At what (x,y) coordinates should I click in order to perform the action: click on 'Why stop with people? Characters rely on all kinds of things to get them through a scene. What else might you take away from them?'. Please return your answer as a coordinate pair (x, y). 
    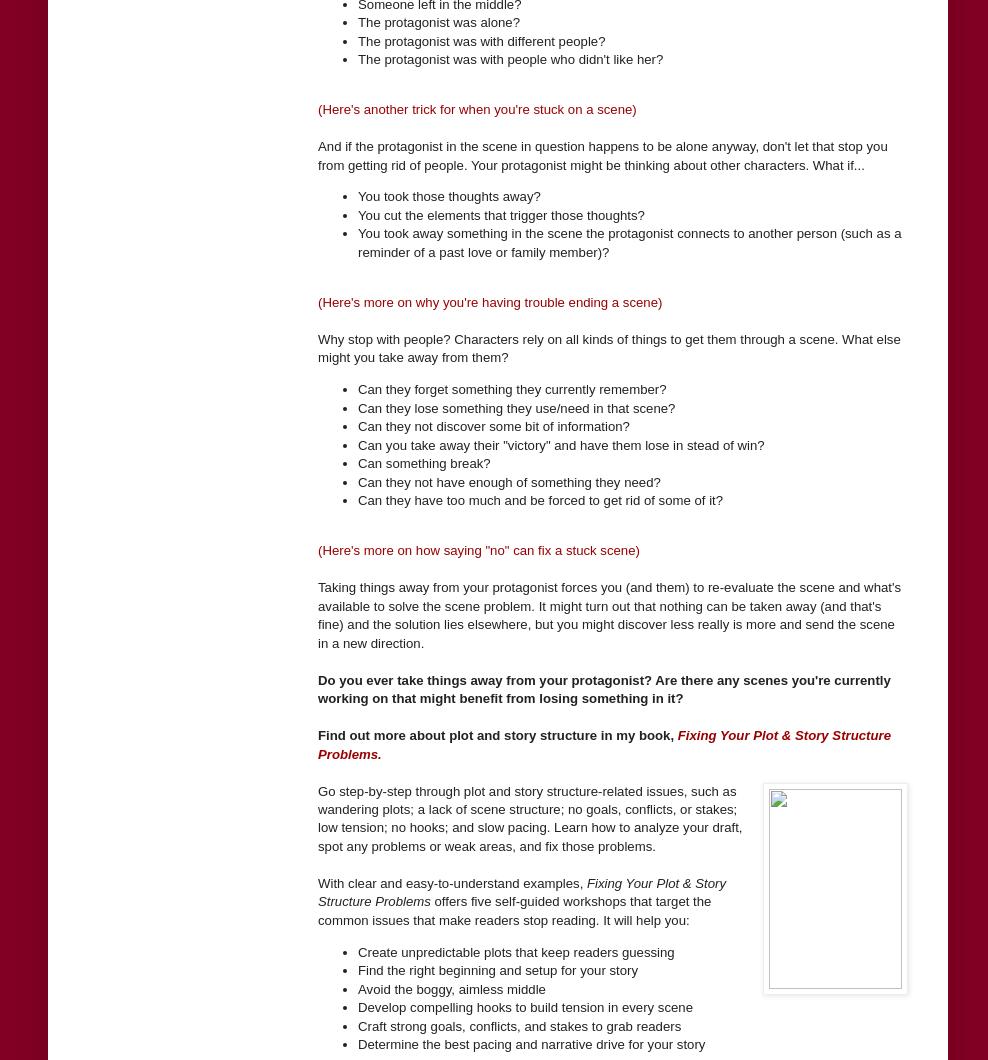
    Looking at the image, I should click on (609, 348).